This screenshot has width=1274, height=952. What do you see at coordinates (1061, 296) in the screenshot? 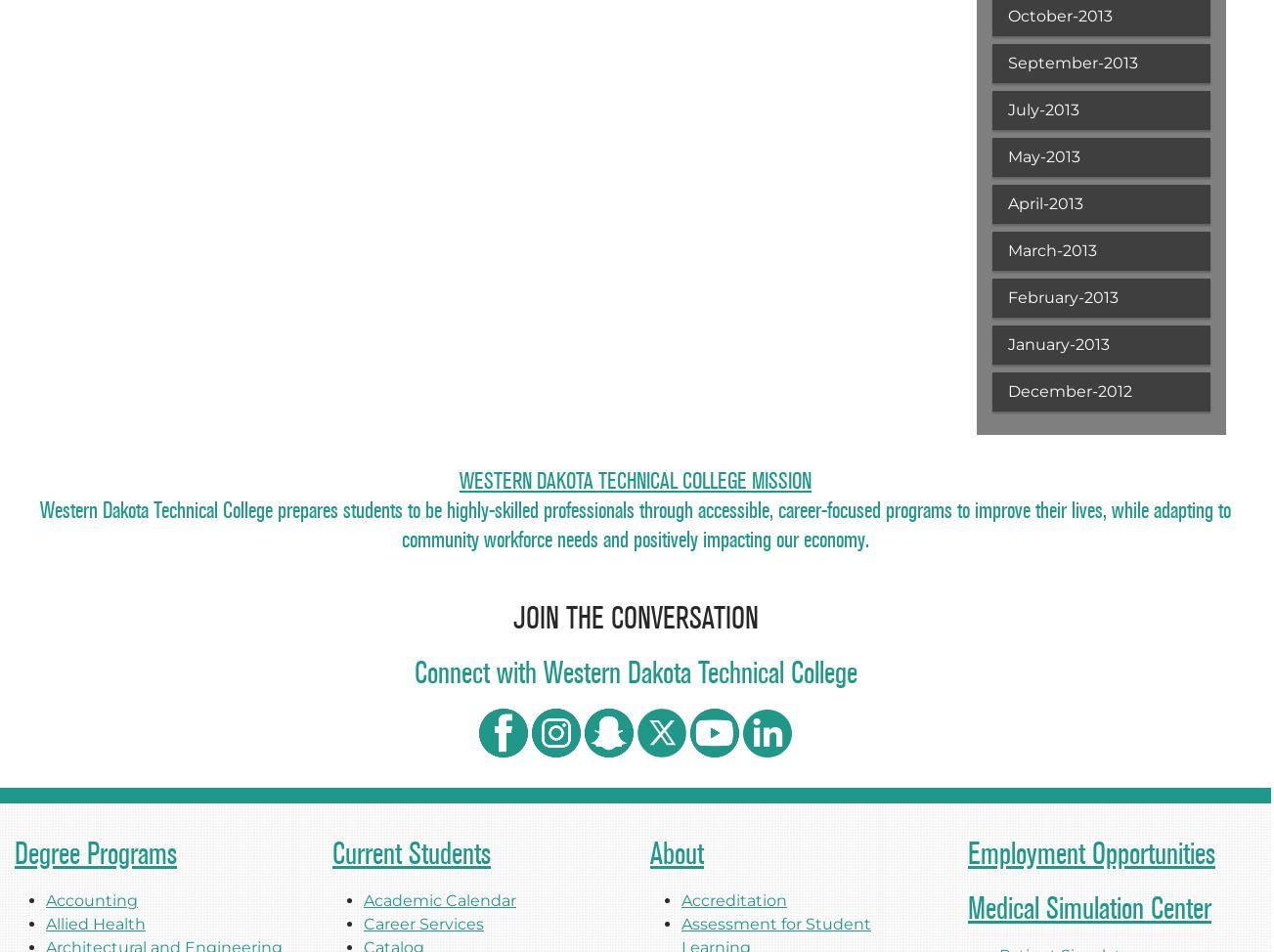
I see `'February-2013'` at bounding box center [1061, 296].